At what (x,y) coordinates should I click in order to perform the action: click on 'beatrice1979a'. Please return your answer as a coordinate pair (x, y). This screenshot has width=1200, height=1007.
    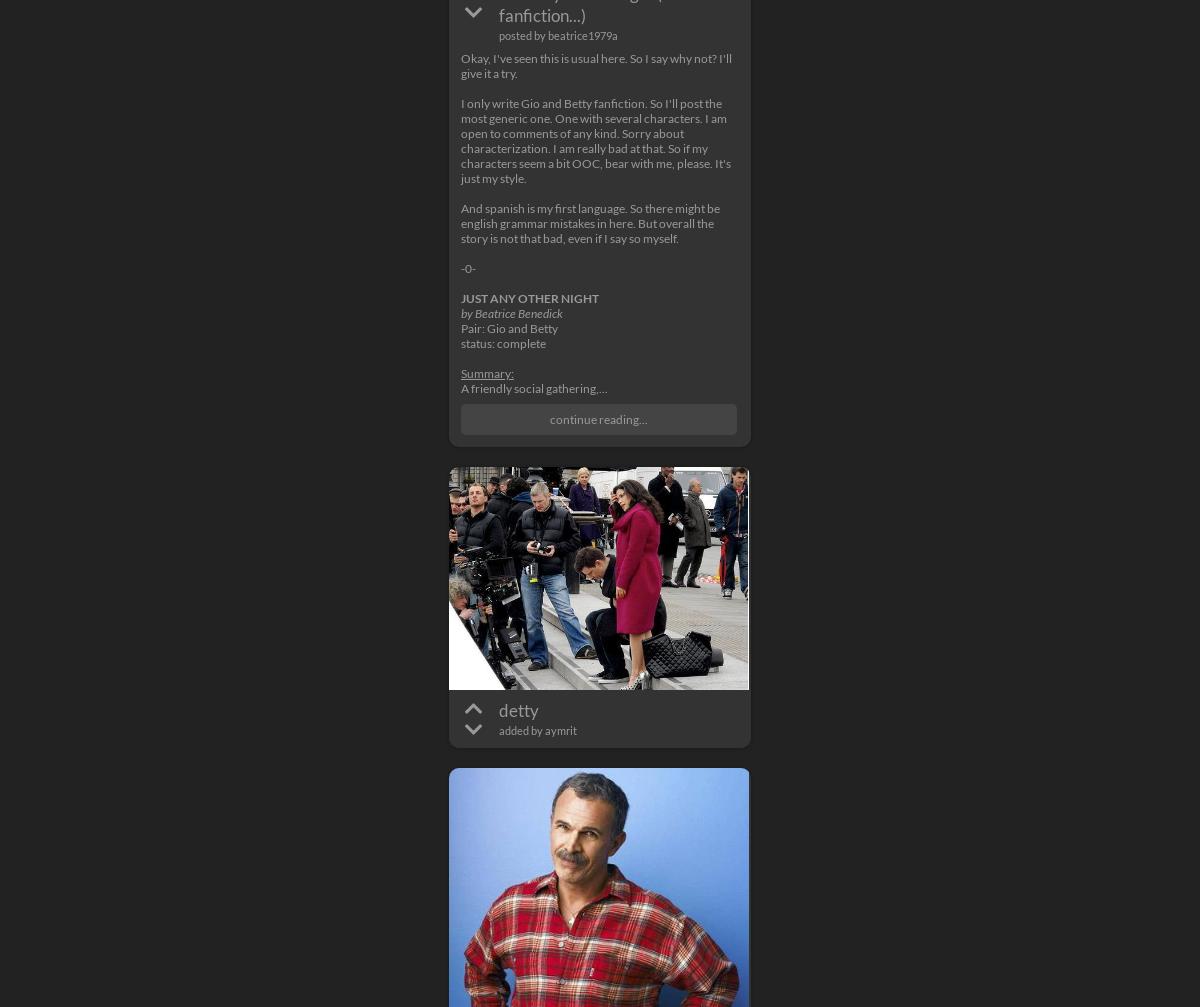
    Looking at the image, I should click on (581, 35).